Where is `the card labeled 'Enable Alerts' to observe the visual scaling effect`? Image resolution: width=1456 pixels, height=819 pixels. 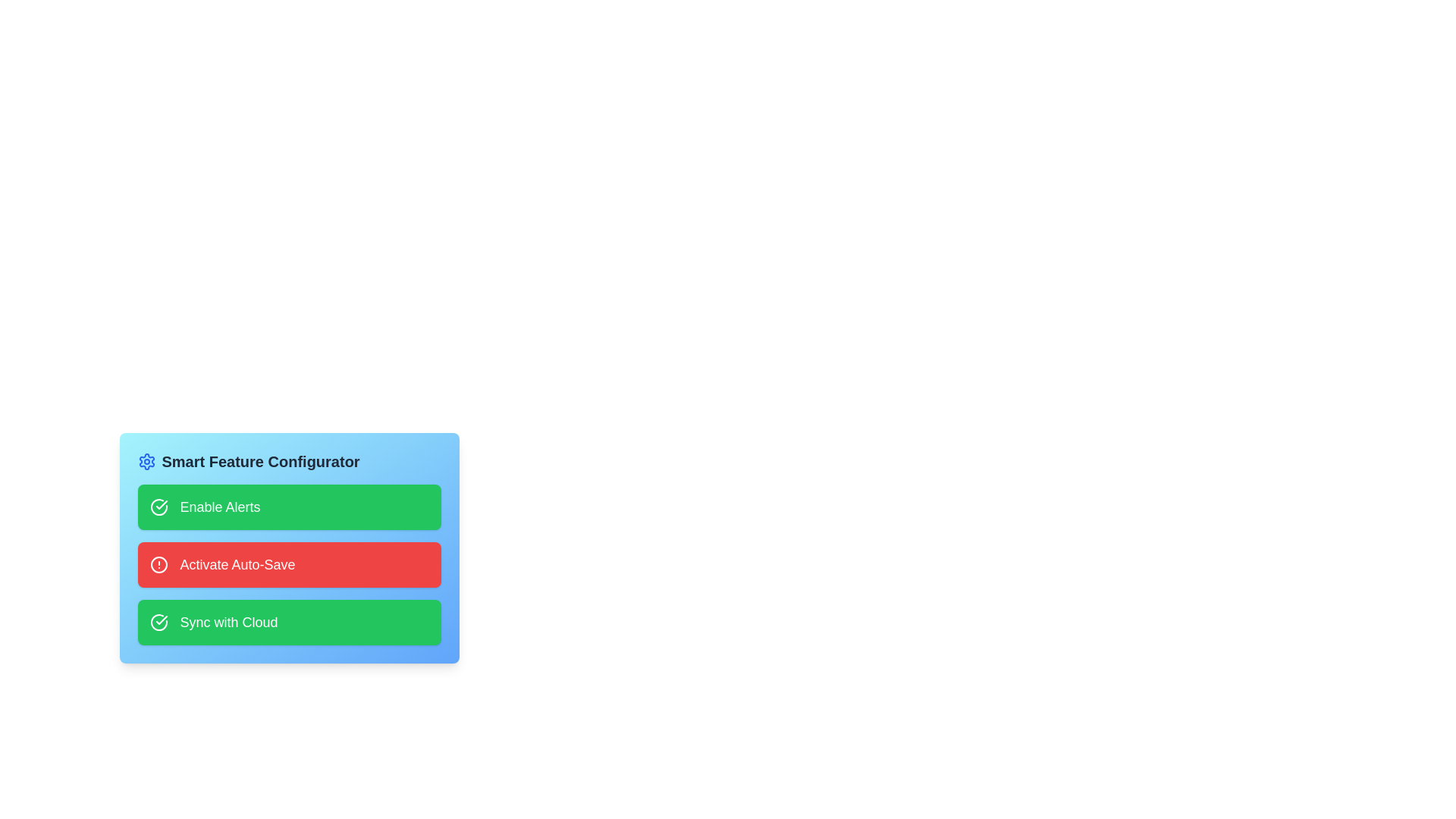
the card labeled 'Enable Alerts' to observe the visual scaling effect is located at coordinates (289, 507).